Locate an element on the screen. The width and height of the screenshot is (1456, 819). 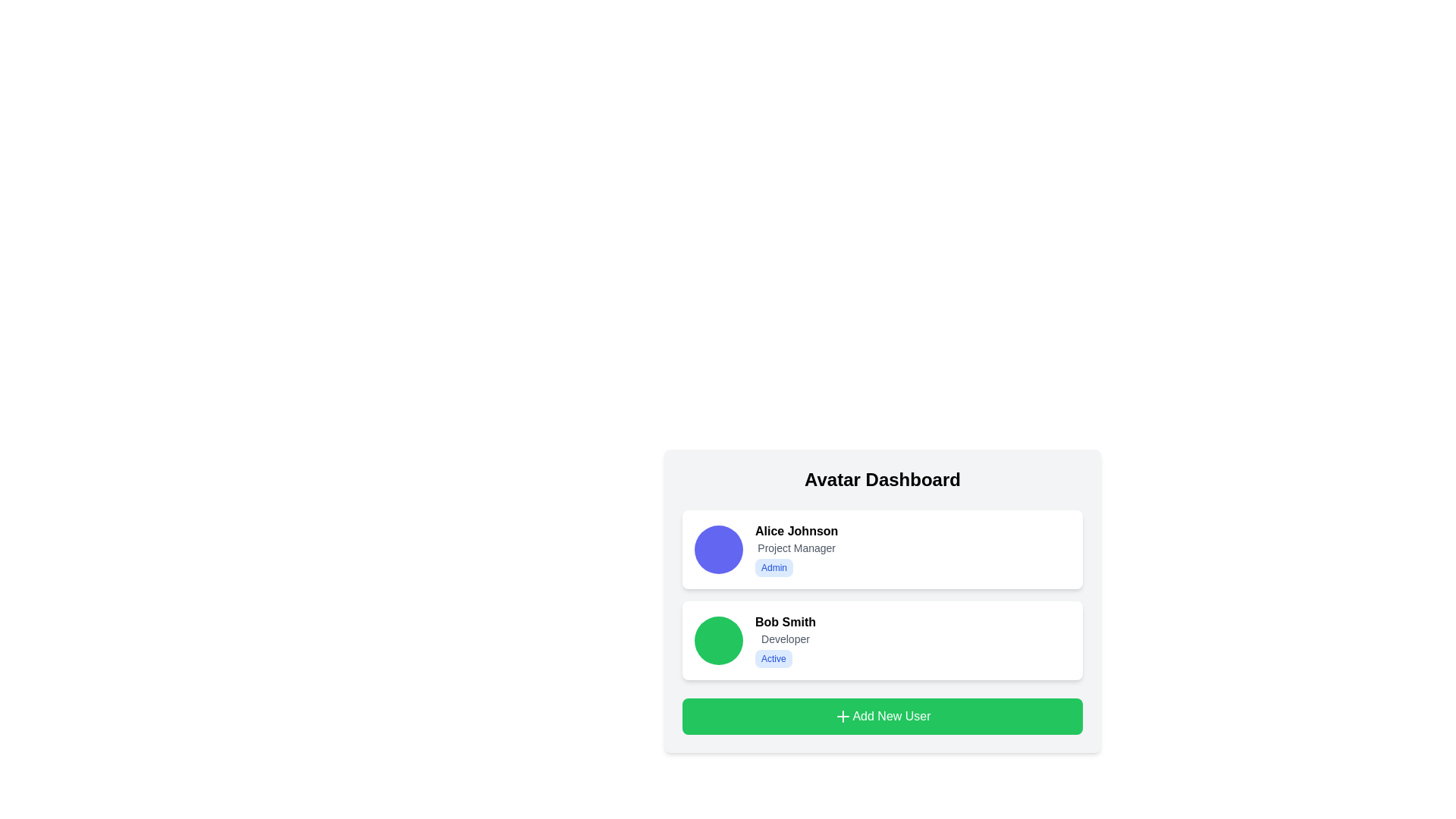
the non-interactive label displaying the professional role or title of the user 'Alice Johnson', which is positioned below the name and above the text 'Admin' in the Avatar Dashboard interface is located at coordinates (795, 548).